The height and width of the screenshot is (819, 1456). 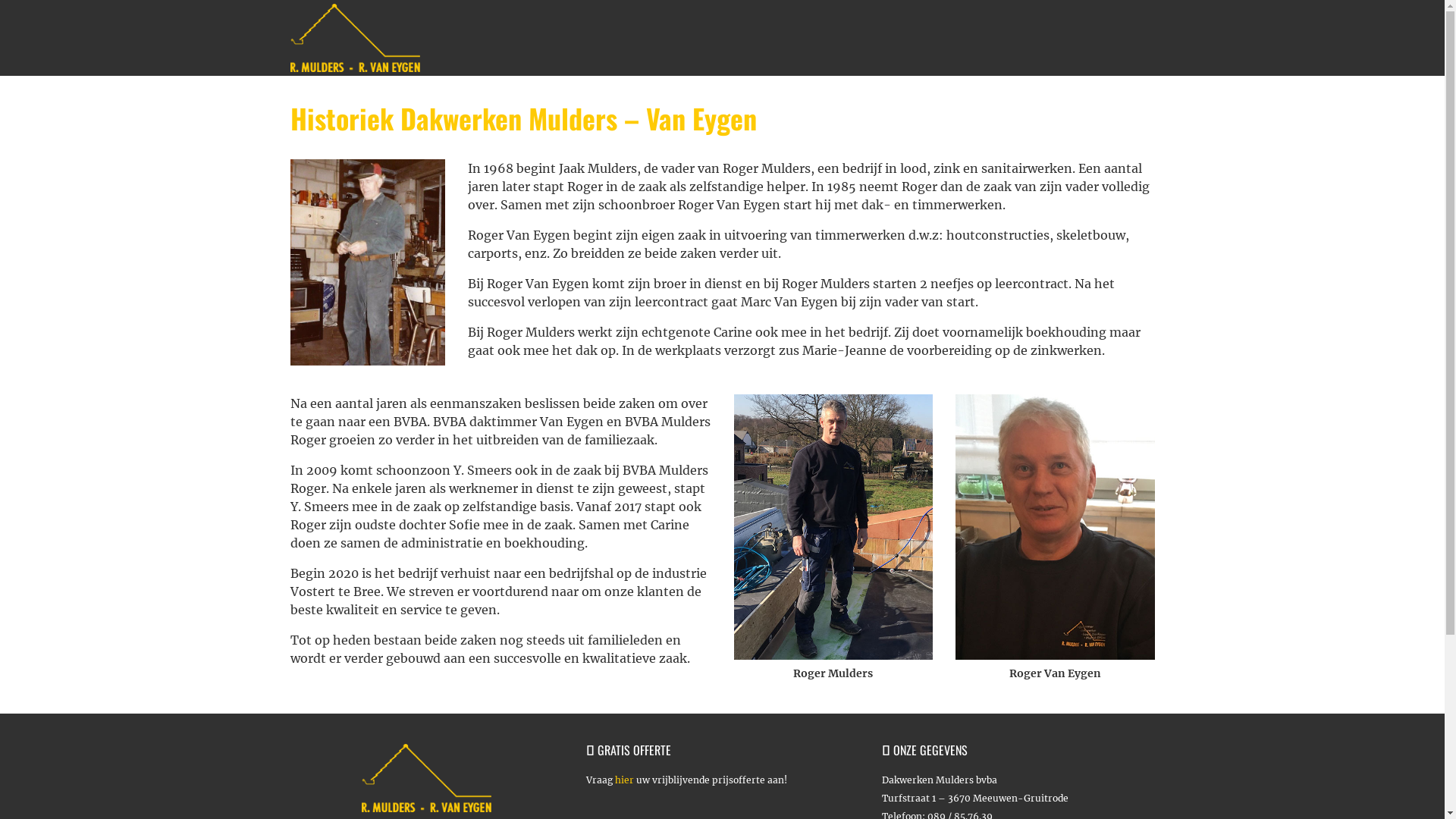 I want to click on 'hier', so click(x=623, y=780).